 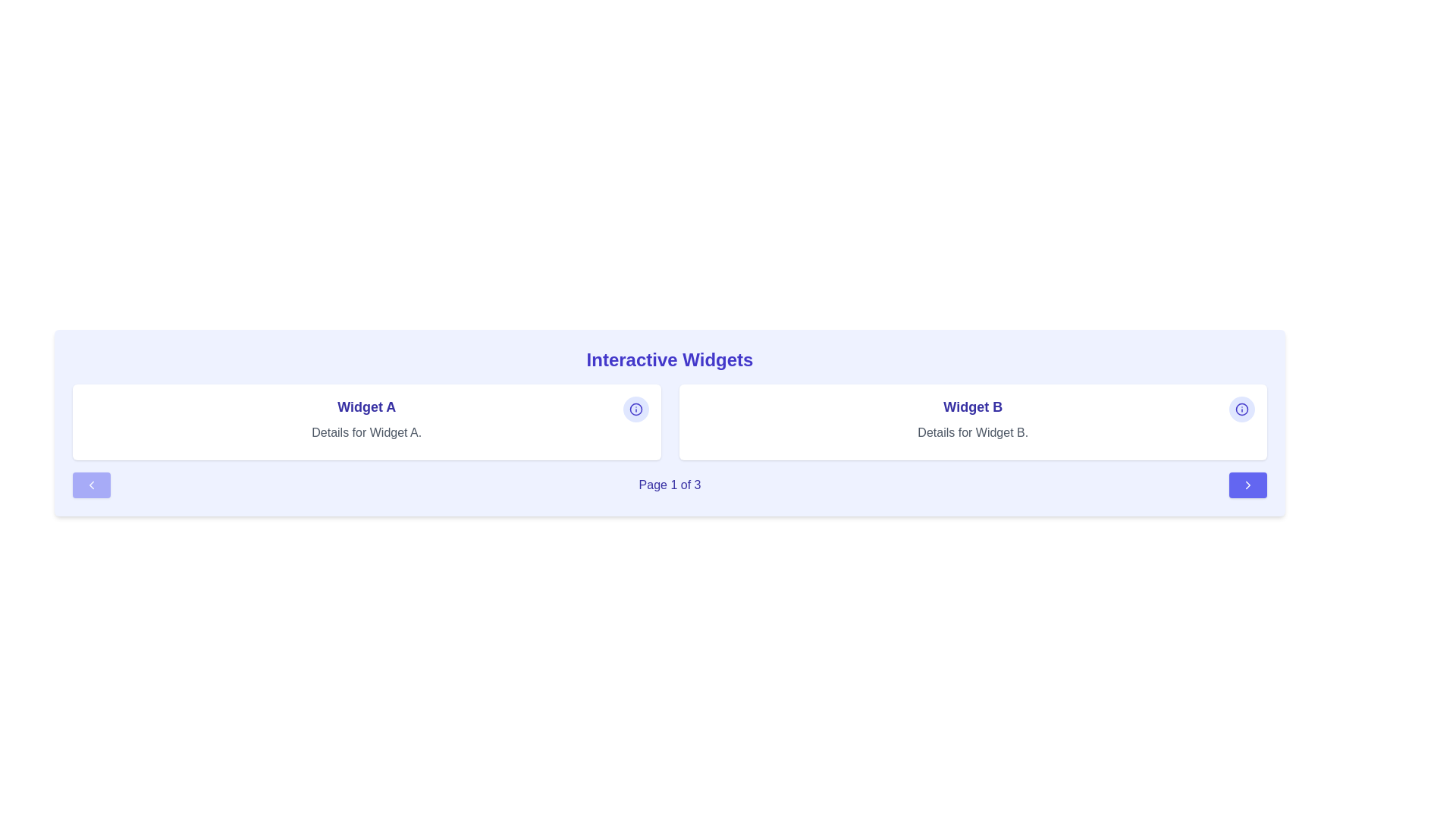 I want to click on the text label that indicates the current page number and total available pages, located in the navigation bar's central segment between navigation buttons, so click(x=669, y=485).